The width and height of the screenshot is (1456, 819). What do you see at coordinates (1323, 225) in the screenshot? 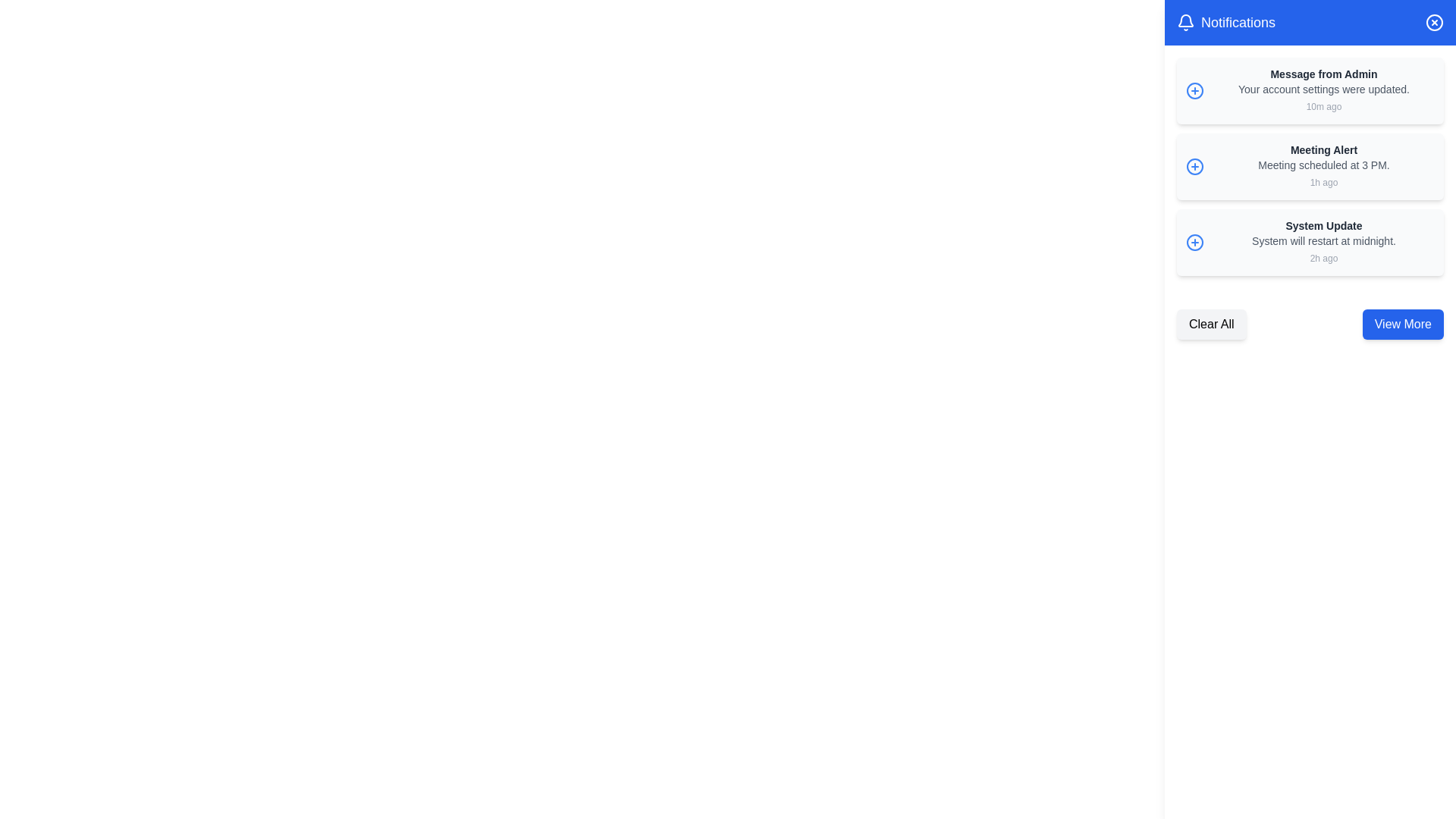
I see `the text label 'System Update' located at the top of the third notification card` at bounding box center [1323, 225].